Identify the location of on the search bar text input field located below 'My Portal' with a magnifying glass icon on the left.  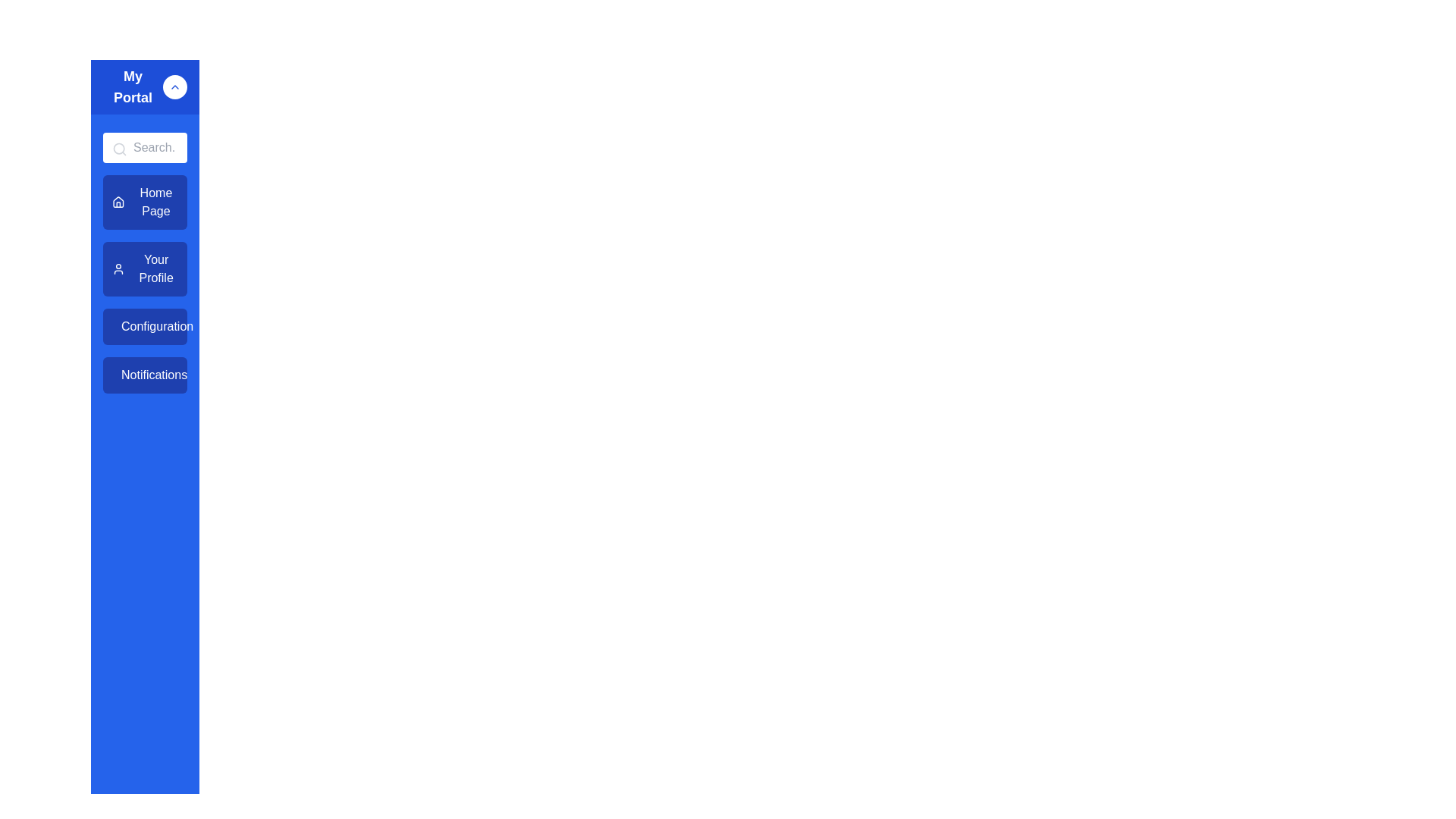
(145, 148).